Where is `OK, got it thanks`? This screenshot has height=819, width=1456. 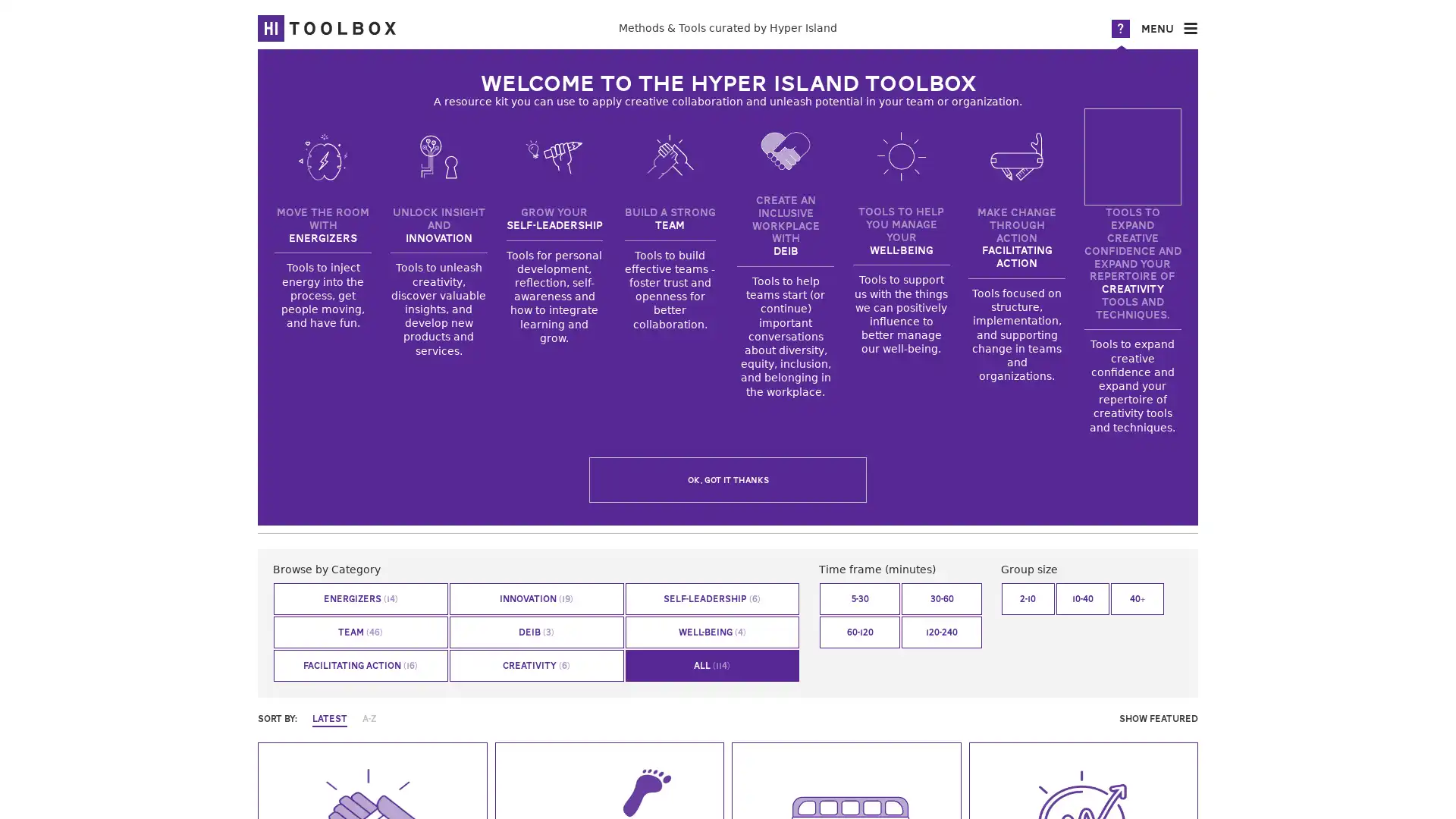 OK, got it thanks is located at coordinates (728, 479).